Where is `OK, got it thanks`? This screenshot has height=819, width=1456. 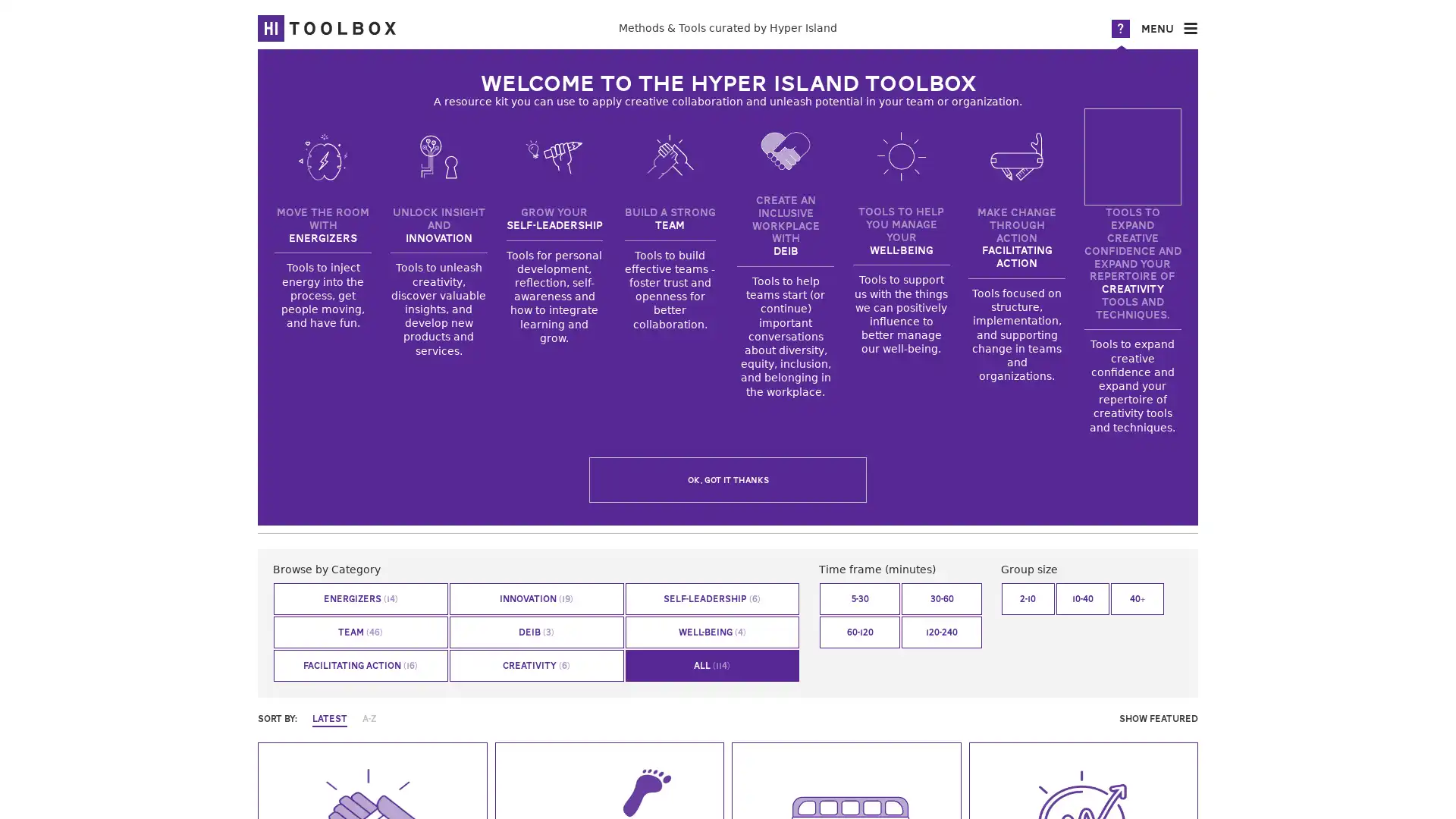 OK, got it thanks is located at coordinates (728, 479).